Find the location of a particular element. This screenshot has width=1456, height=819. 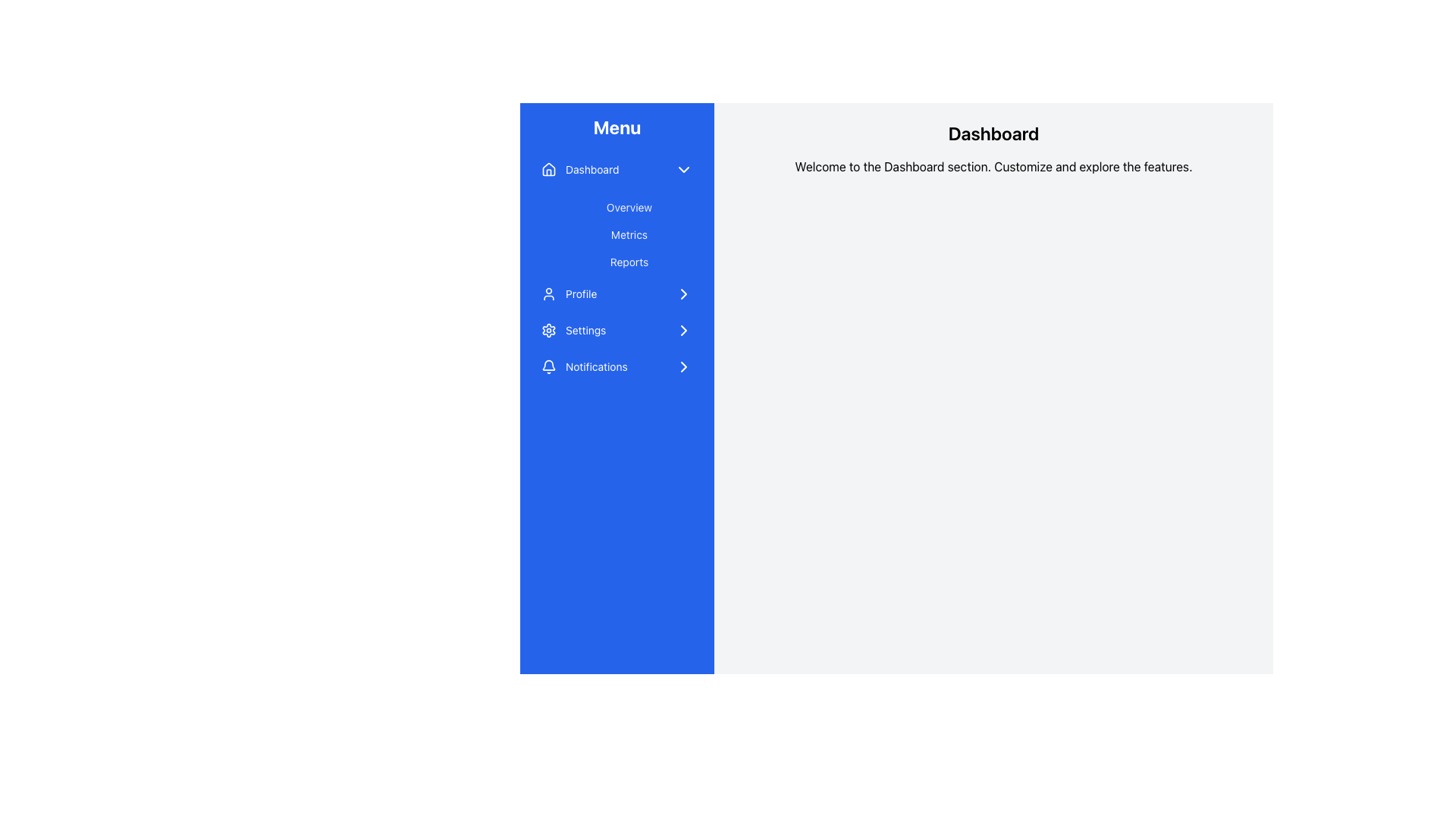

keyboard navigation is located at coordinates (548, 329).